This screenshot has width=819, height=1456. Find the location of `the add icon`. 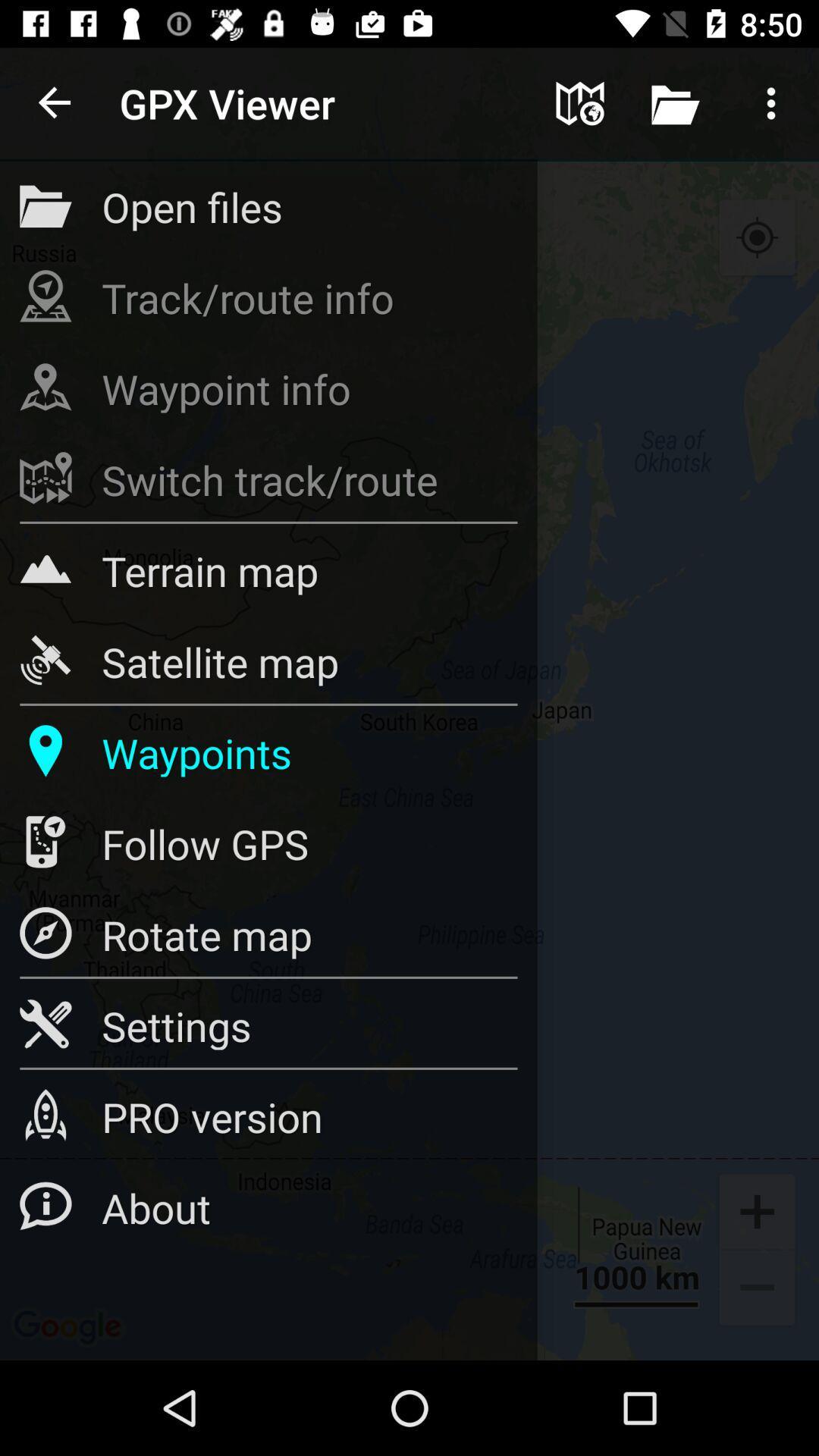

the add icon is located at coordinates (757, 1210).